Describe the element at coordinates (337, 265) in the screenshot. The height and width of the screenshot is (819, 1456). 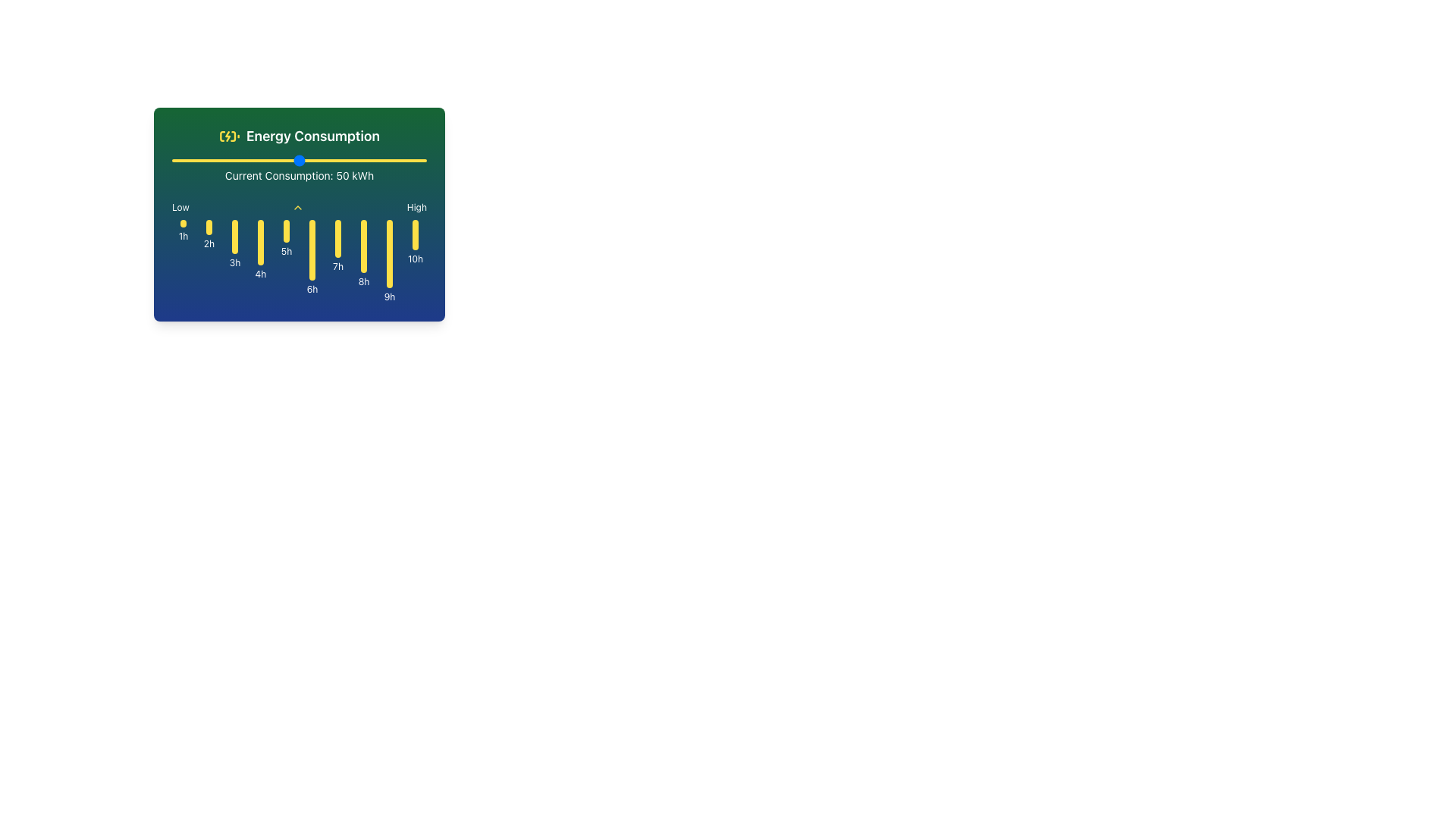
I see `the time dimension label indicating 7 hours, which is located underneath the seventh yellow bar in the energy consumption chart, positioned to the right of the '6h' label and to the left of the '8h' label` at that location.